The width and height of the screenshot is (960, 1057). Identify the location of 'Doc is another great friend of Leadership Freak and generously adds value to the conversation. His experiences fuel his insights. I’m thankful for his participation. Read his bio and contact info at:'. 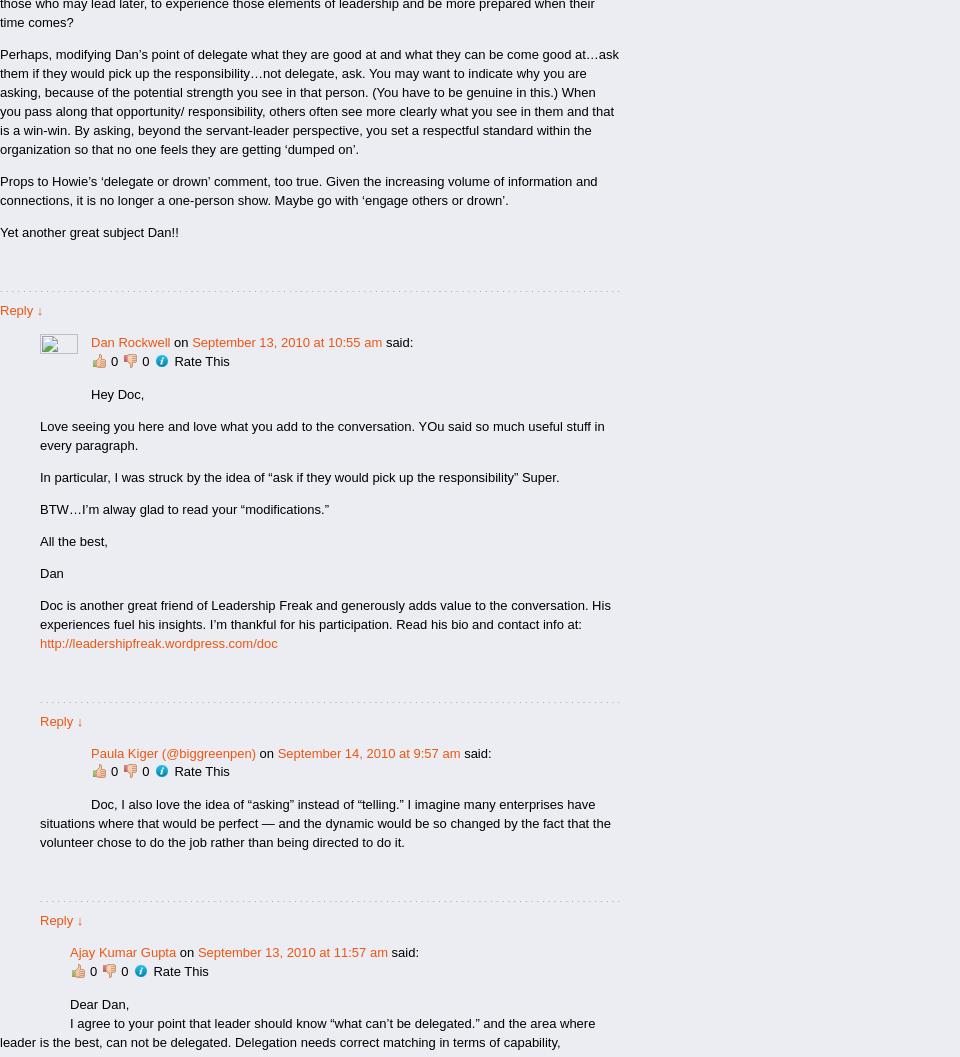
(39, 614).